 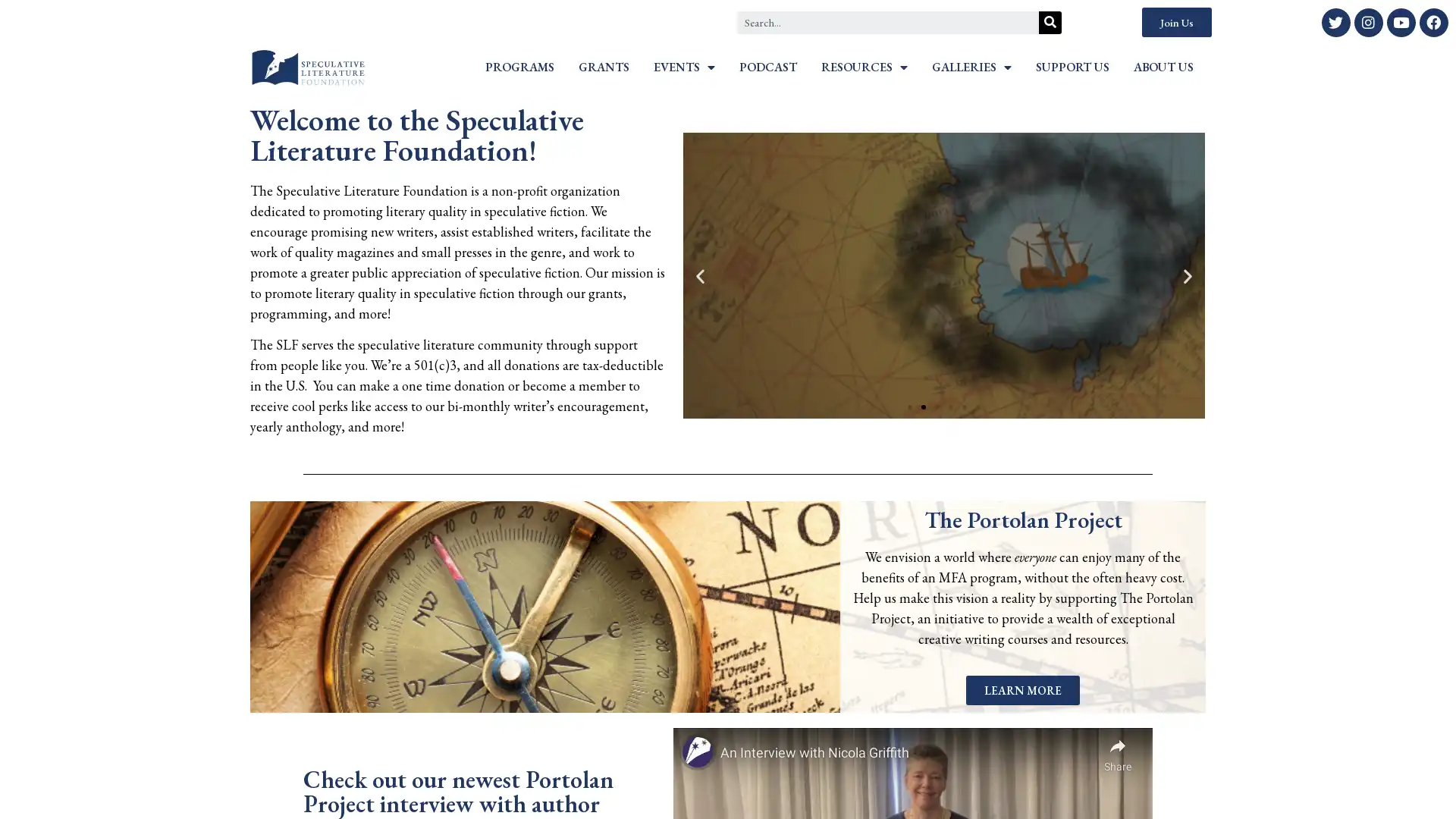 I want to click on Go to slide 6, so click(x=978, y=406).